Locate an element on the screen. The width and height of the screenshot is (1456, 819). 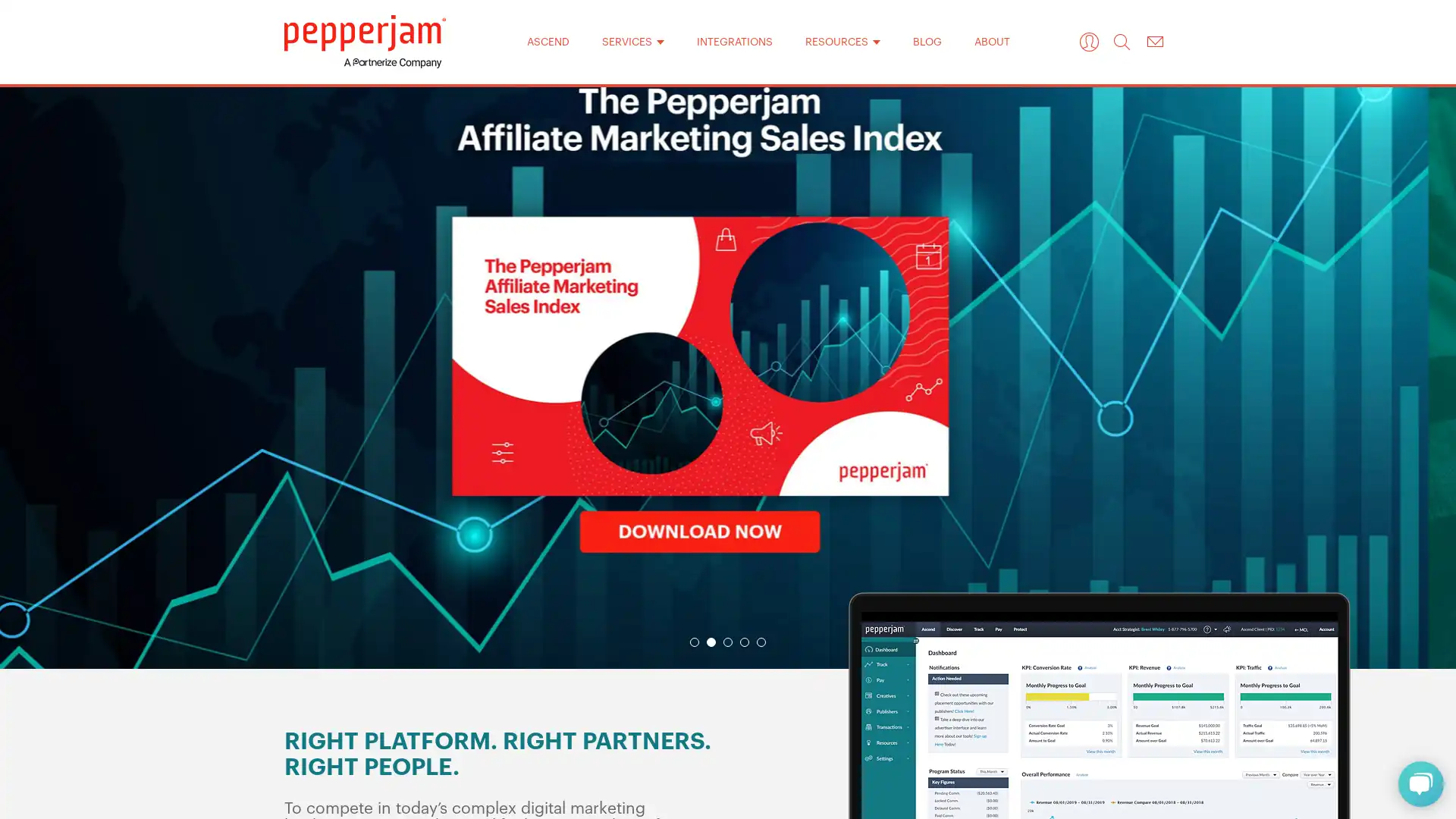
Close is located at coordinates (924, 166).